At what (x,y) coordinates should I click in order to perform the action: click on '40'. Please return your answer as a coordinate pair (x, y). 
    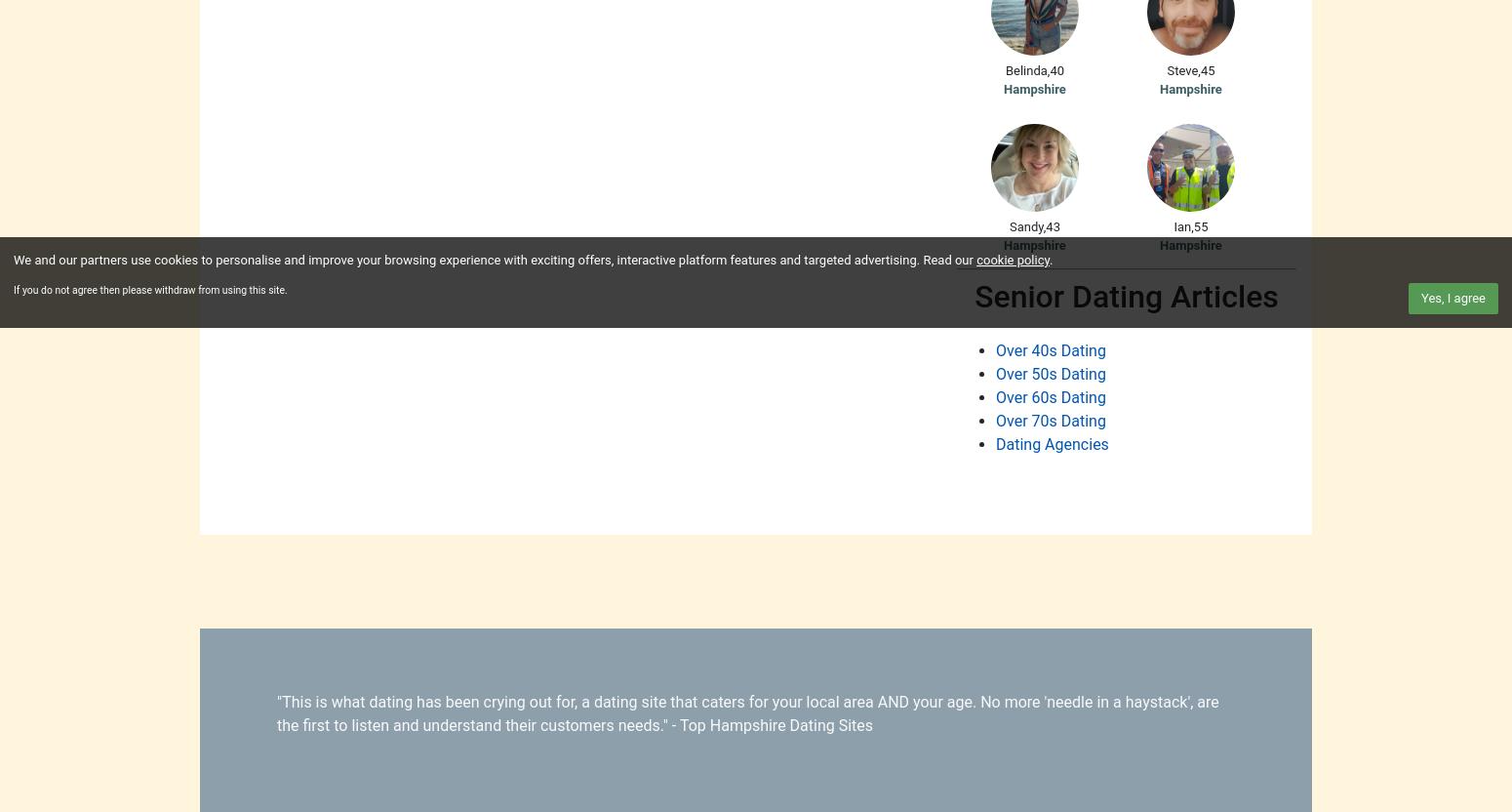
    Looking at the image, I should click on (1056, 68).